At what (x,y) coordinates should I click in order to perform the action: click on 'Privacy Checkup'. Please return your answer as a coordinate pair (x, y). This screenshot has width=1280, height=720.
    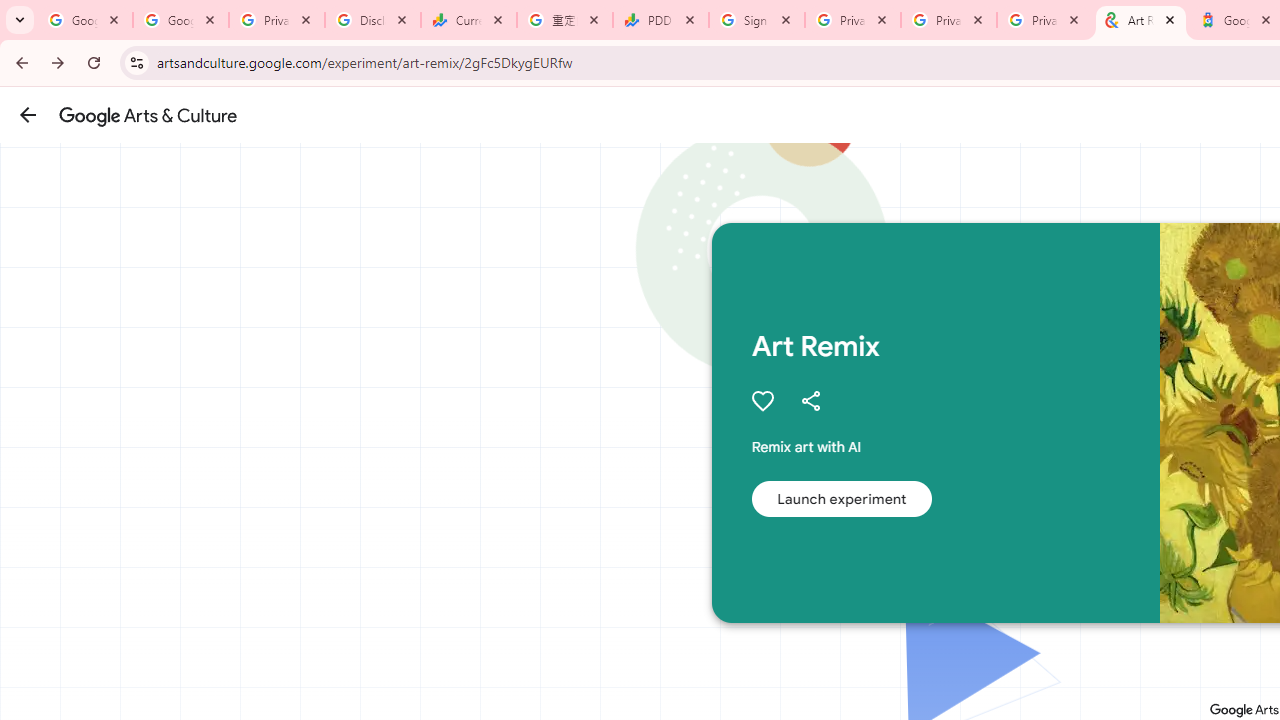
    Looking at the image, I should click on (948, 20).